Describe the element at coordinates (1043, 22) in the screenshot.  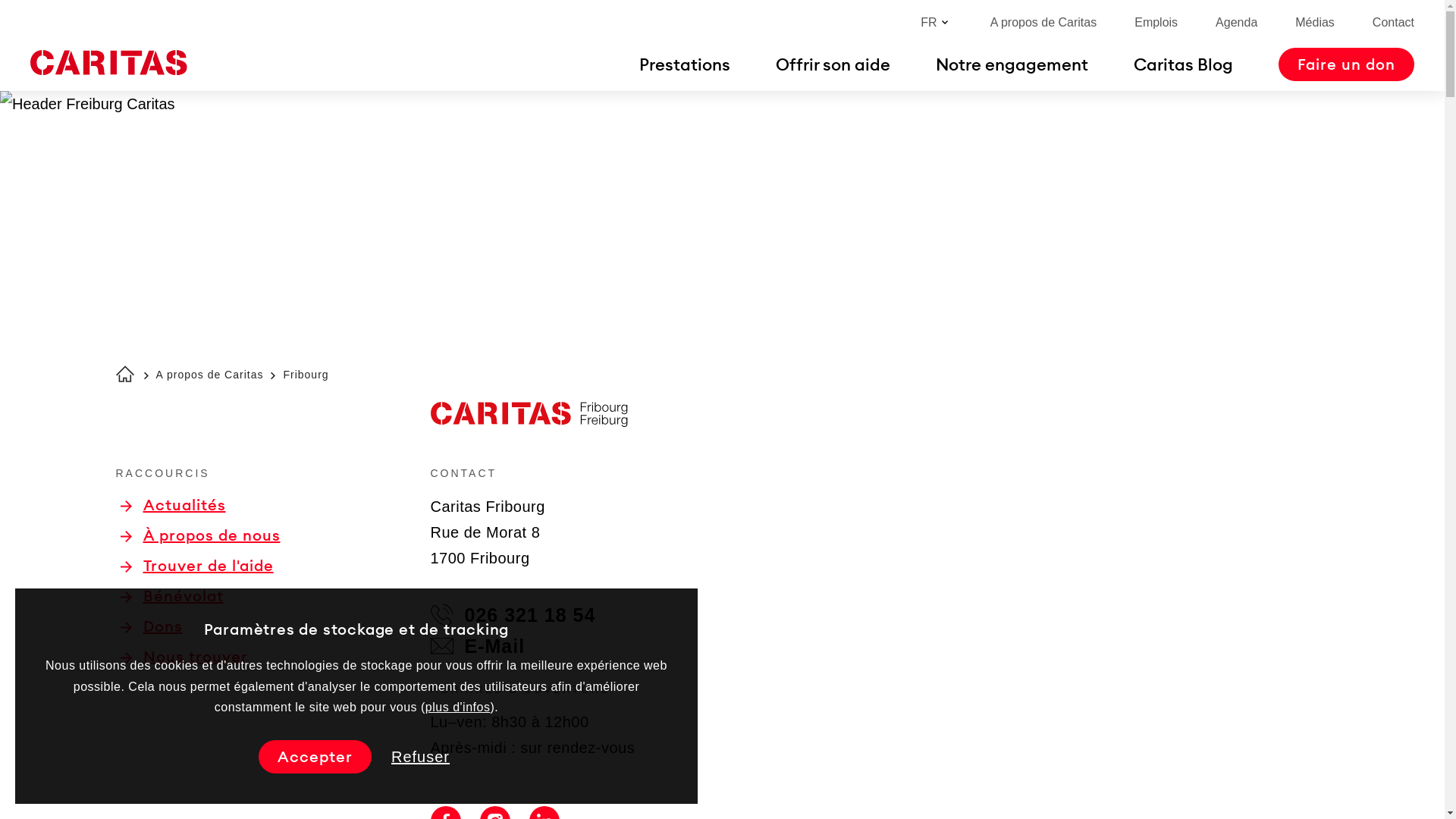
I see `'A propos de Caritas'` at that location.